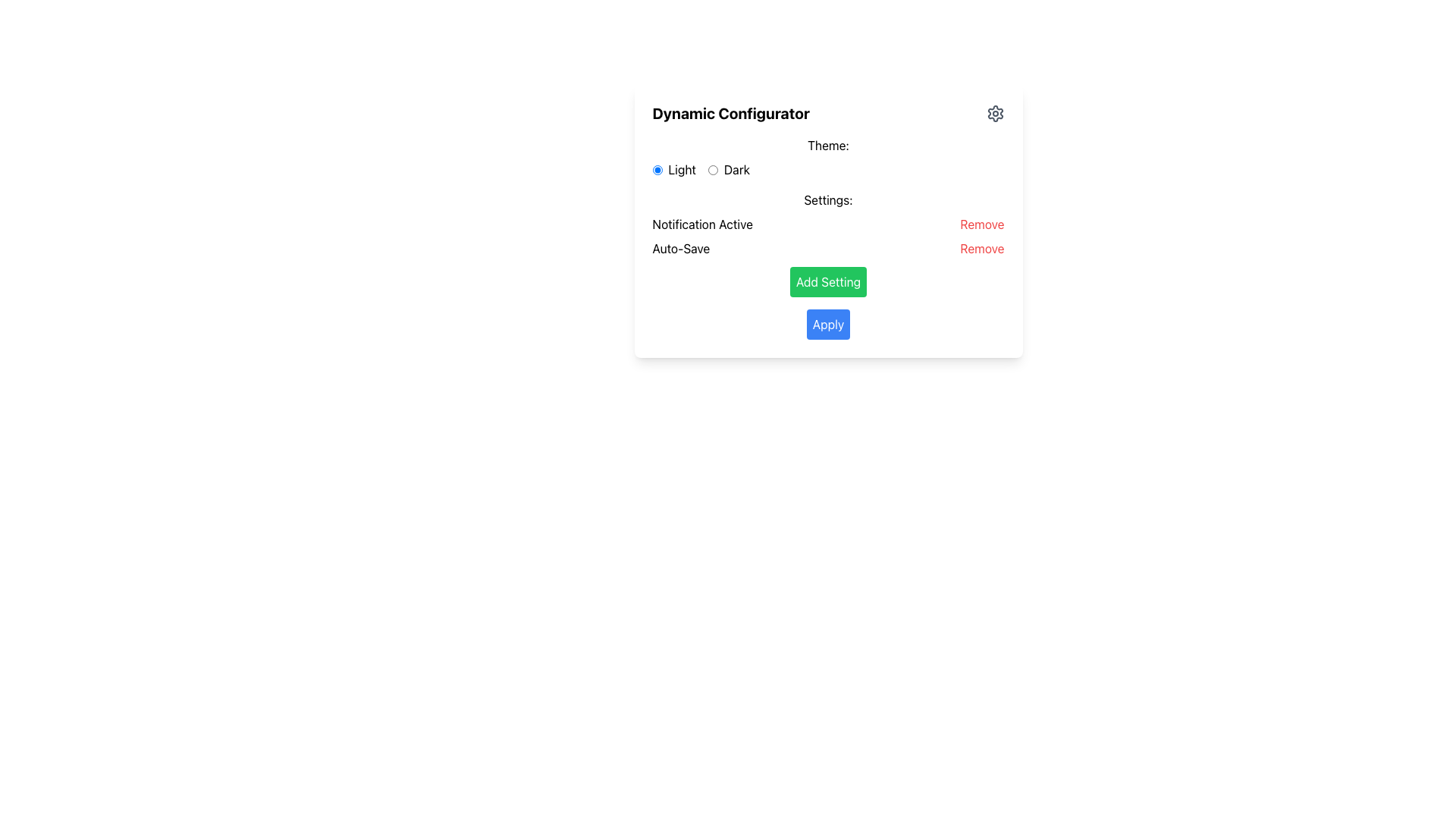  What do you see at coordinates (827, 237) in the screenshot?
I see `the red 'Remove' link in the first row of the structured list item located below the 'Settings:' label in the 'Dynamic Configurator' section` at bounding box center [827, 237].